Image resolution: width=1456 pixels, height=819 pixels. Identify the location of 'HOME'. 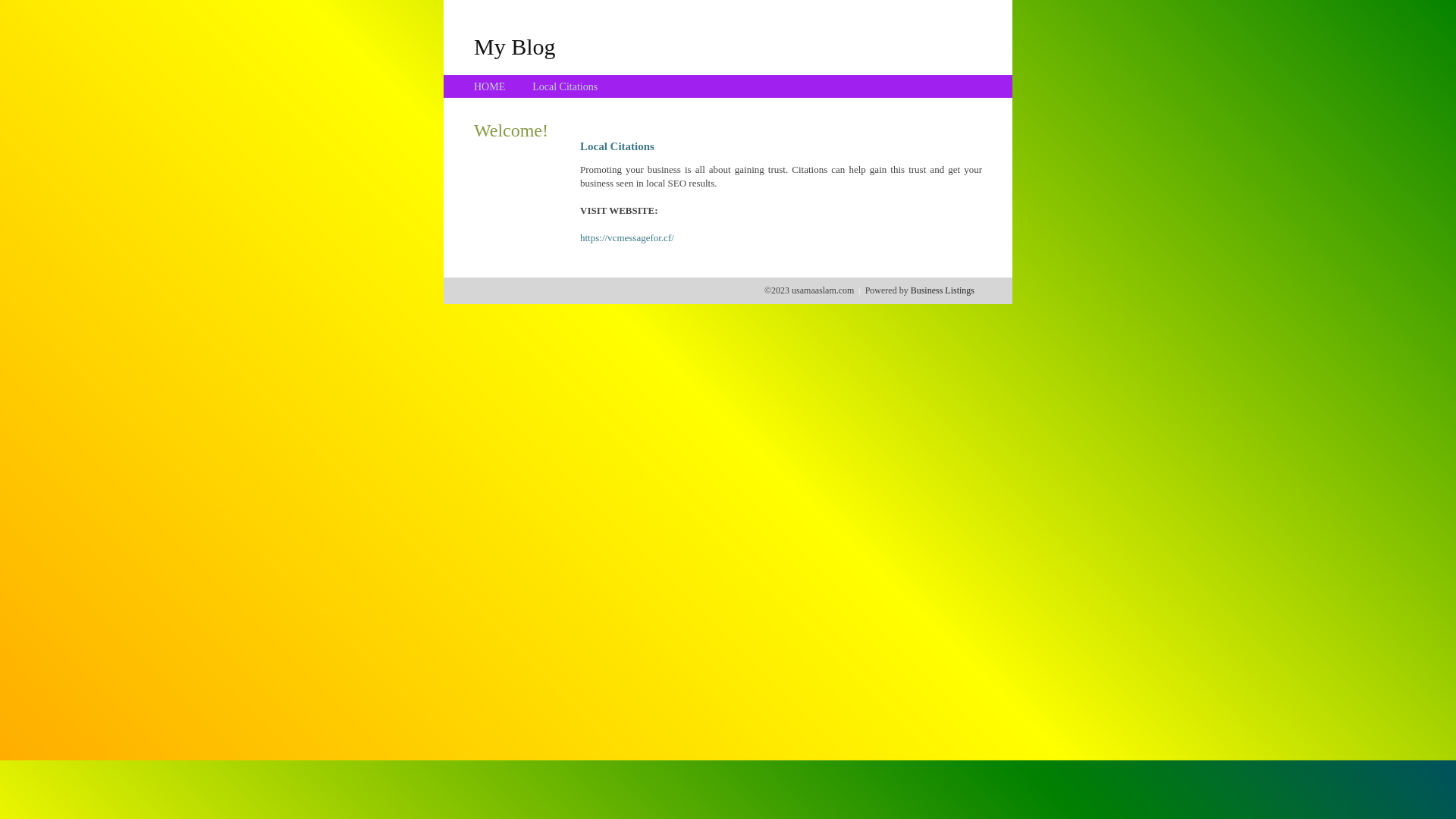
(489, 86).